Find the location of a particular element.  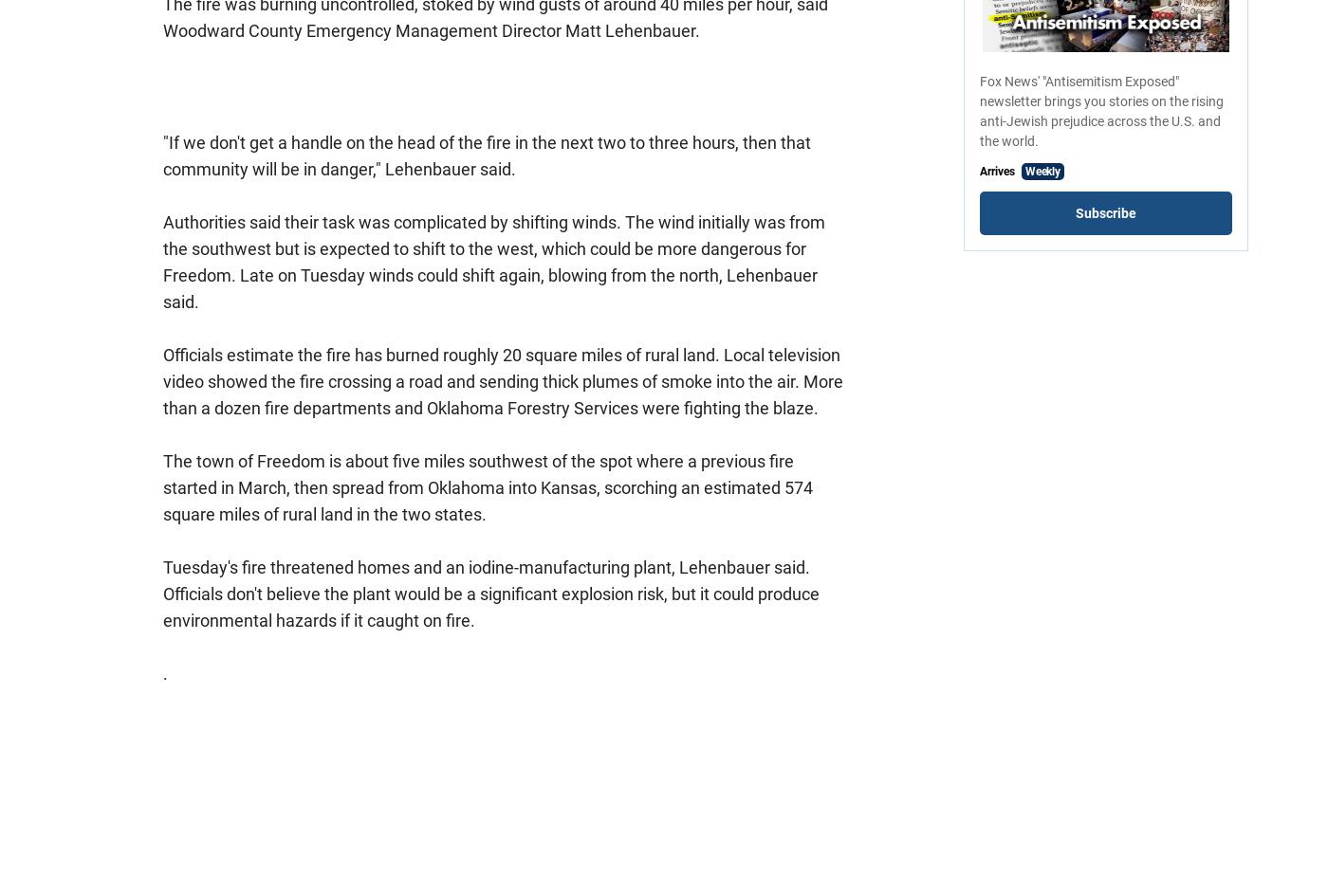

'Subscribe' is located at coordinates (1106, 212).